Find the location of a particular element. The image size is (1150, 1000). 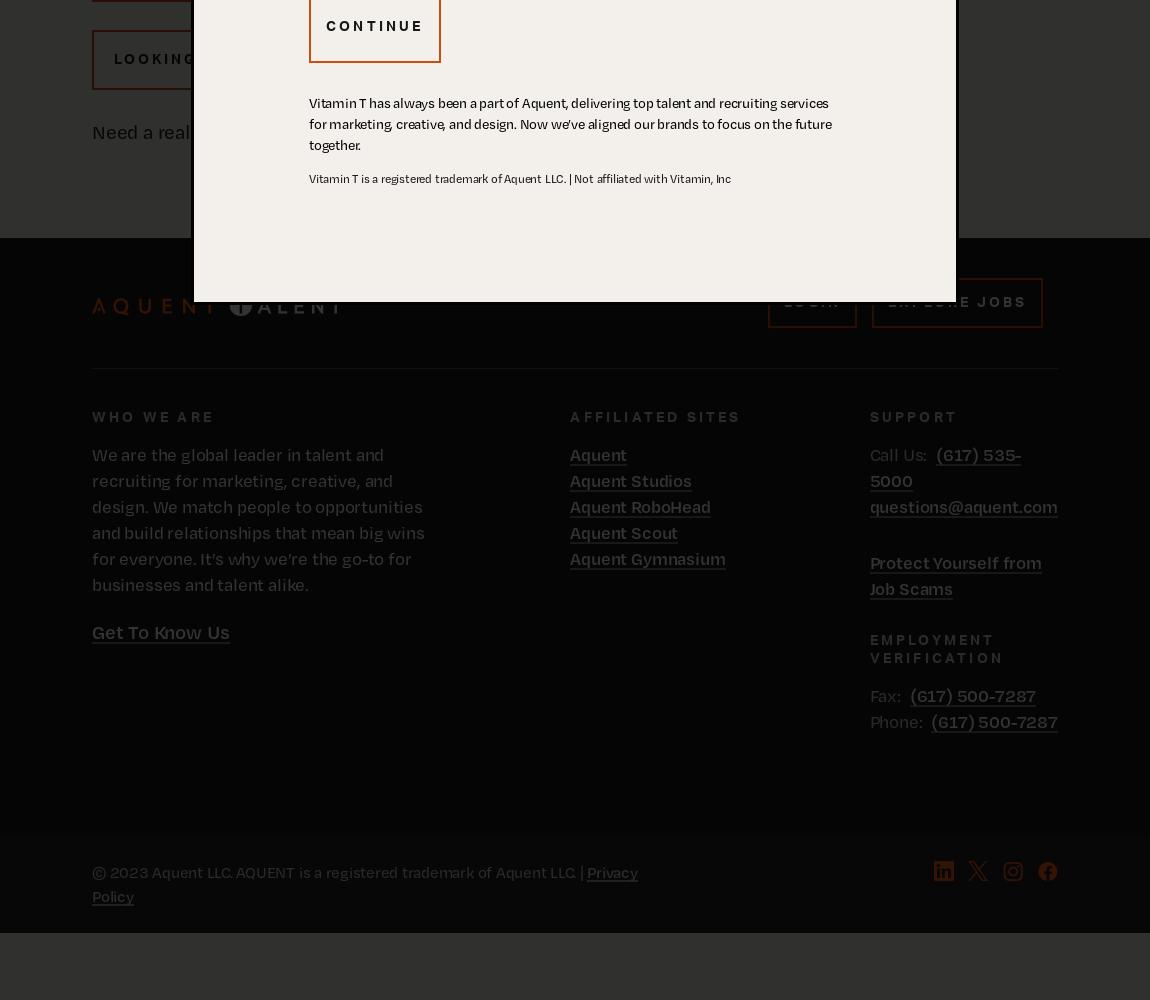

'Employment Verification' is located at coordinates (869, 650).